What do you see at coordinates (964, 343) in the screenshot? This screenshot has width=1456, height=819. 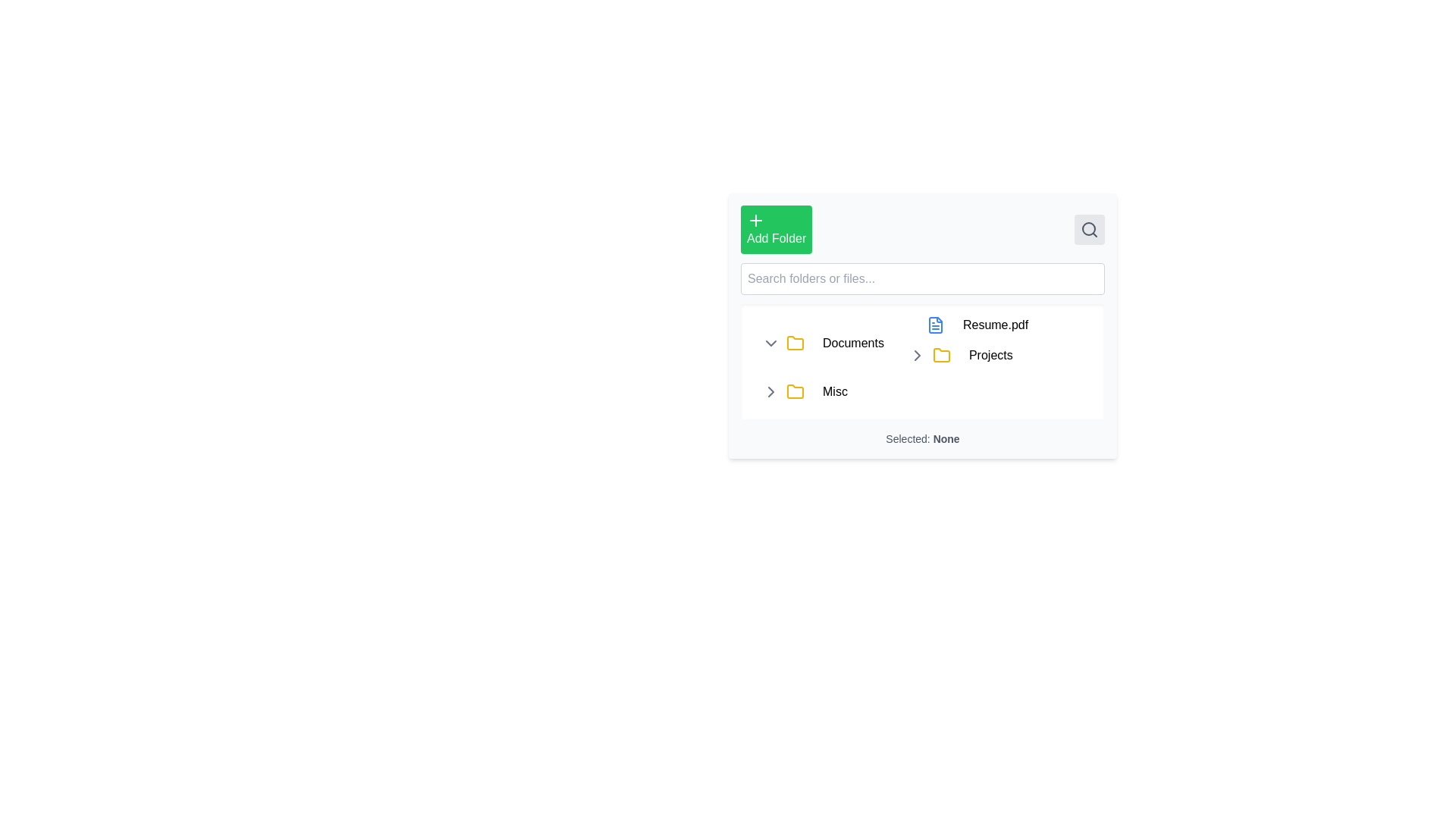 I see `the text label representing 'Resume.pdf' and the folder named 'Projects' within the file navigation structure, which is the second item in the list under 'Documents'` at bounding box center [964, 343].